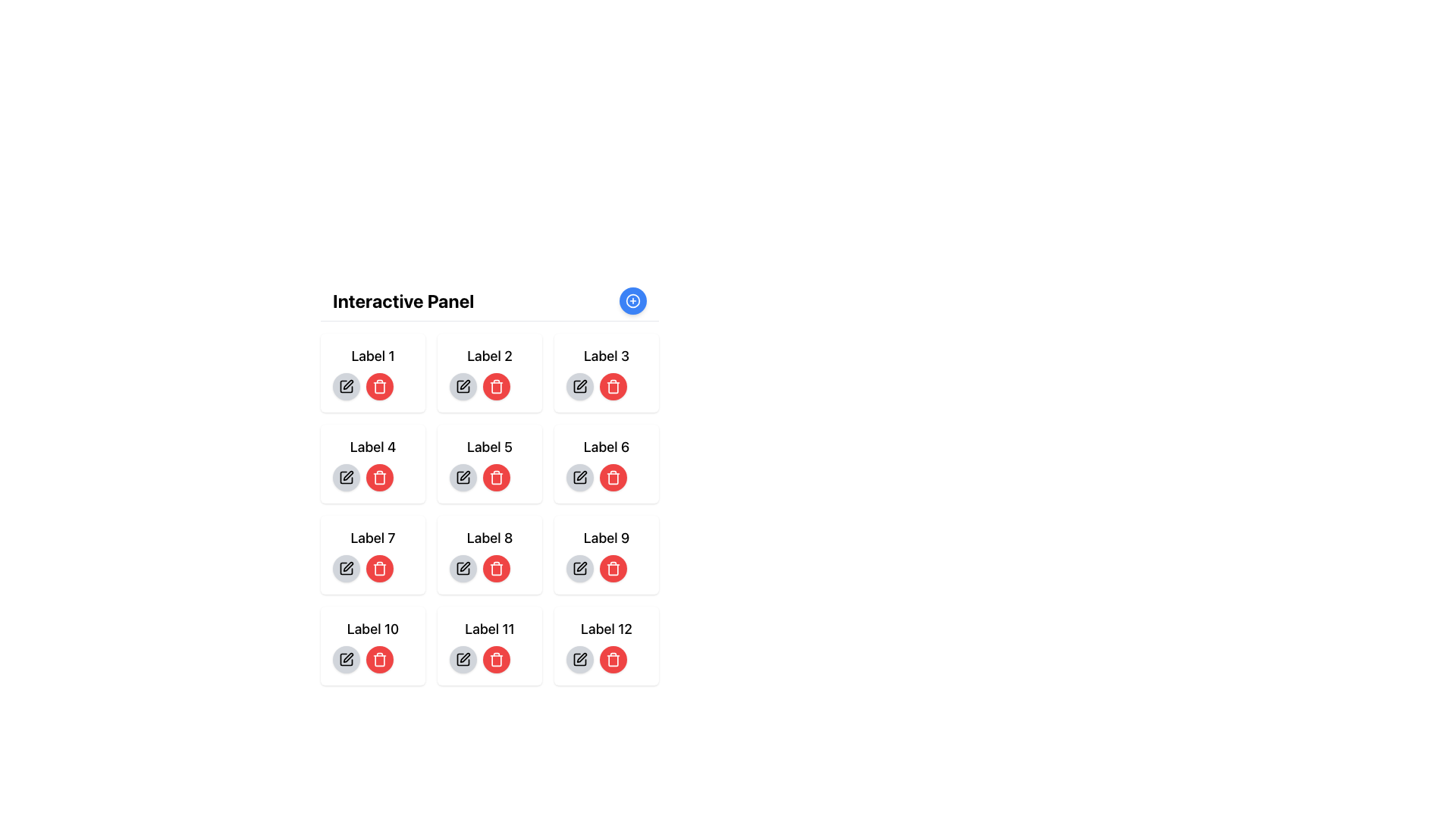  I want to click on the edit button, which is the second button in the group under 'Label 2', to visually highlight it, so click(462, 385).